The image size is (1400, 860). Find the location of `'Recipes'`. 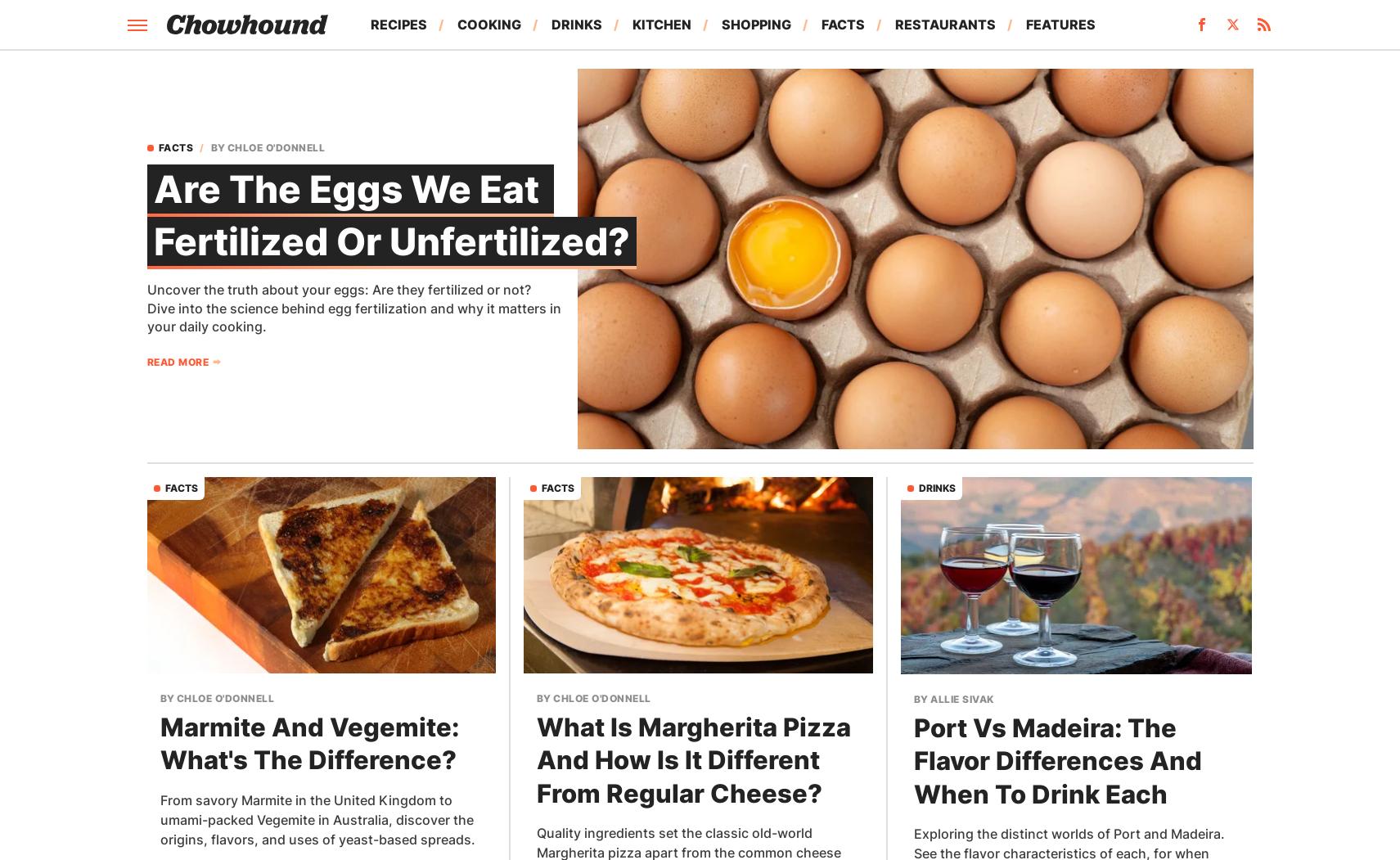

'Recipes' is located at coordinates (398, 24).